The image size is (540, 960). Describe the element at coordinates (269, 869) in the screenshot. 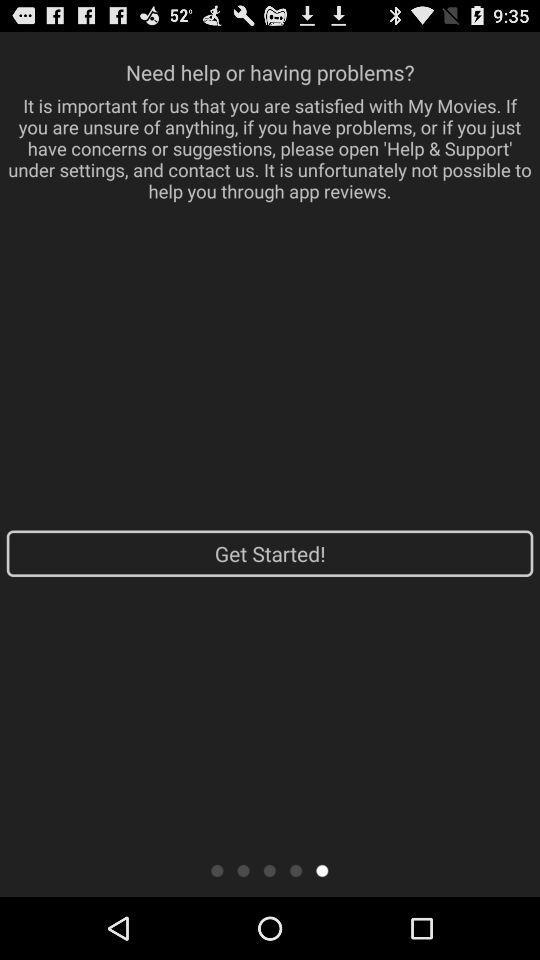

I see `slide button` at that location.